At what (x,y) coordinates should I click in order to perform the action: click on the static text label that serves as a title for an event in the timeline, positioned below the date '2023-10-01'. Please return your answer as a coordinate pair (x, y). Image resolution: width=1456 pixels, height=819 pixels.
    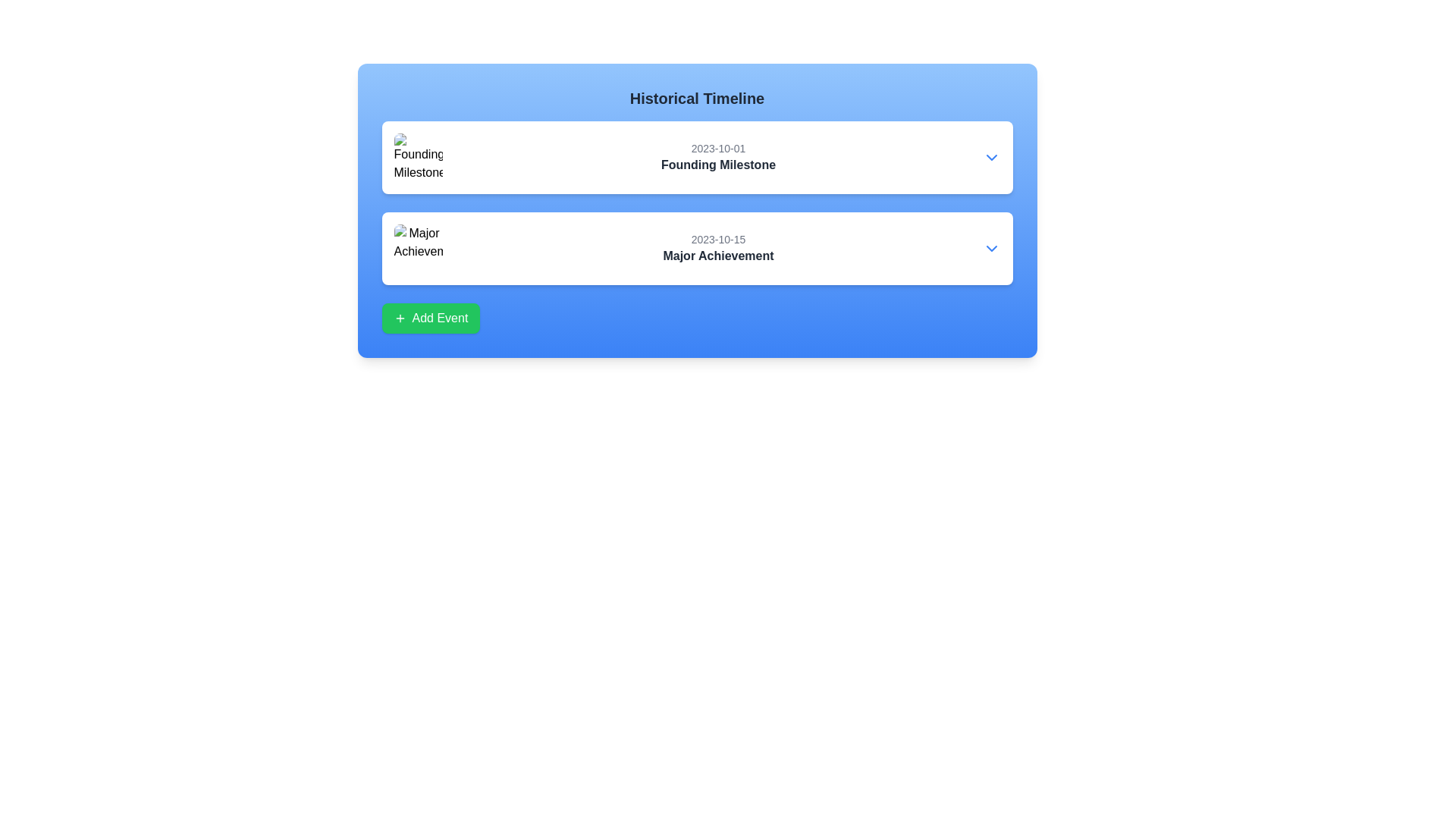
    Looking at the image, I should click on (717, 165).